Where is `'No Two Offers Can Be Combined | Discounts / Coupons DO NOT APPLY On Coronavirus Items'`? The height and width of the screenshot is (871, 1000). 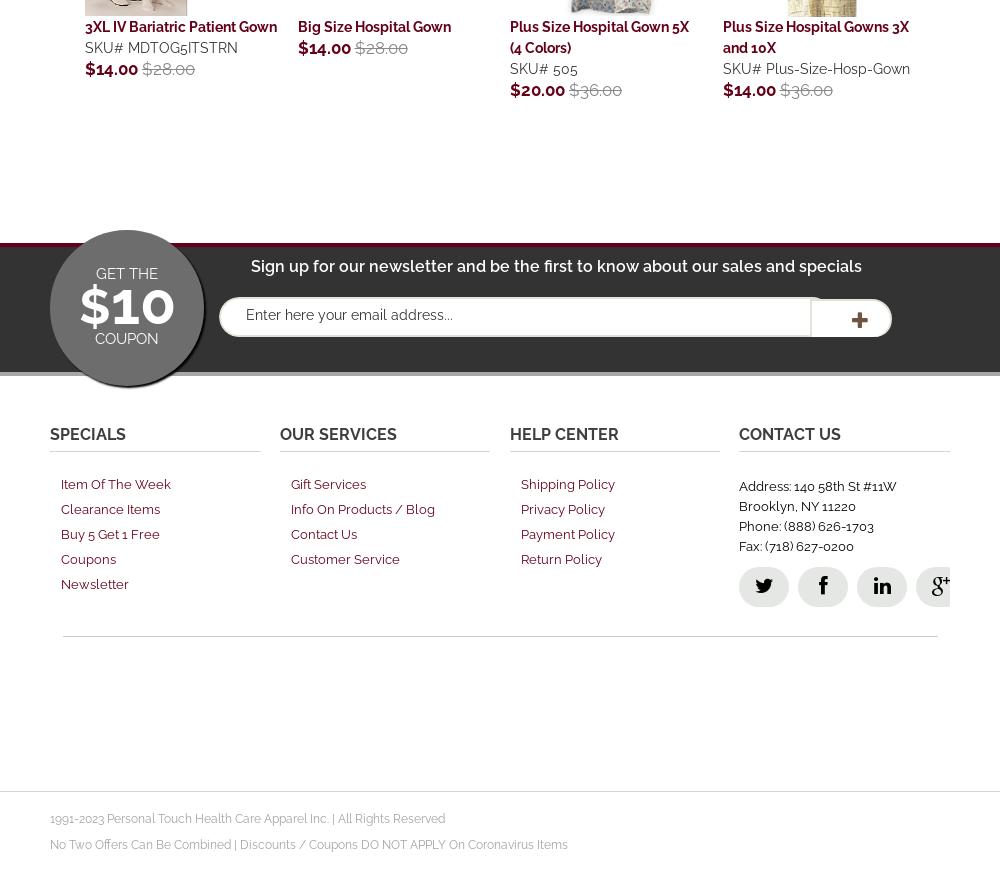
'No Two Offers Can Be Combined | Discounts / Coupons DO NOT APPLY On Coronavirus Items' is located at coordinates (50, 843).